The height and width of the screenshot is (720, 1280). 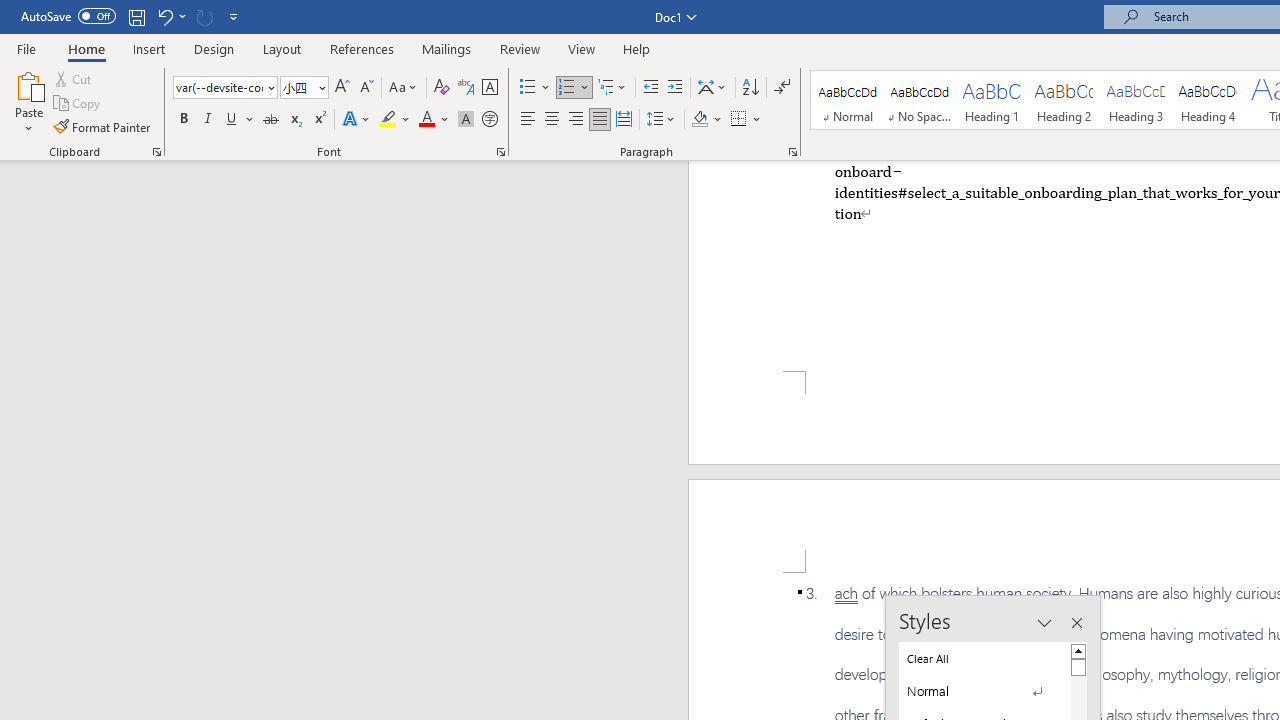 What do you see at coordinates (984, 658) in the screenshot?
I see `'Clear All'` at bounding box center [984, 658].